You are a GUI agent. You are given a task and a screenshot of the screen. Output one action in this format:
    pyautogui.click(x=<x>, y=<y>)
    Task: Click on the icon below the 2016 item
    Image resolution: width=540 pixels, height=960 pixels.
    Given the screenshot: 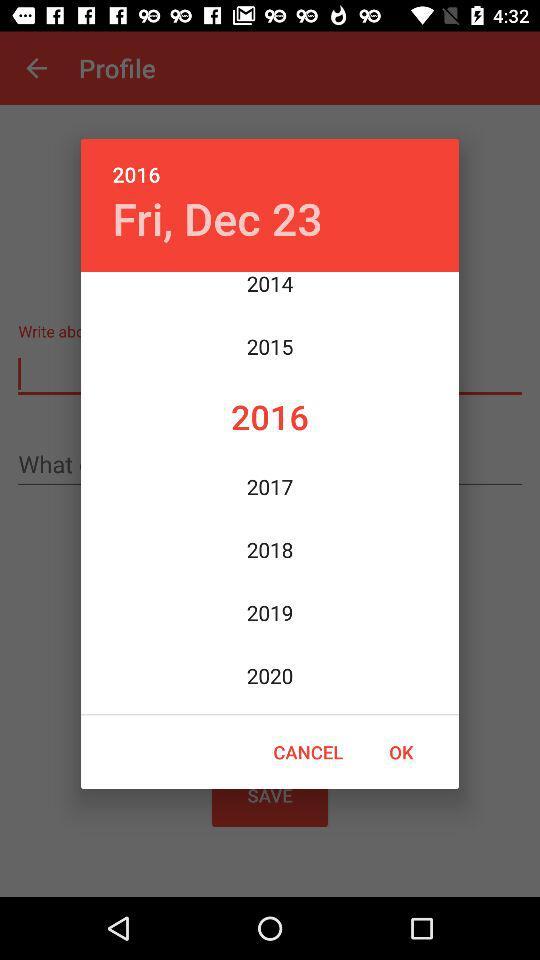 What is the action you would take?
    pyautogui.click(x=216, y=218)
    